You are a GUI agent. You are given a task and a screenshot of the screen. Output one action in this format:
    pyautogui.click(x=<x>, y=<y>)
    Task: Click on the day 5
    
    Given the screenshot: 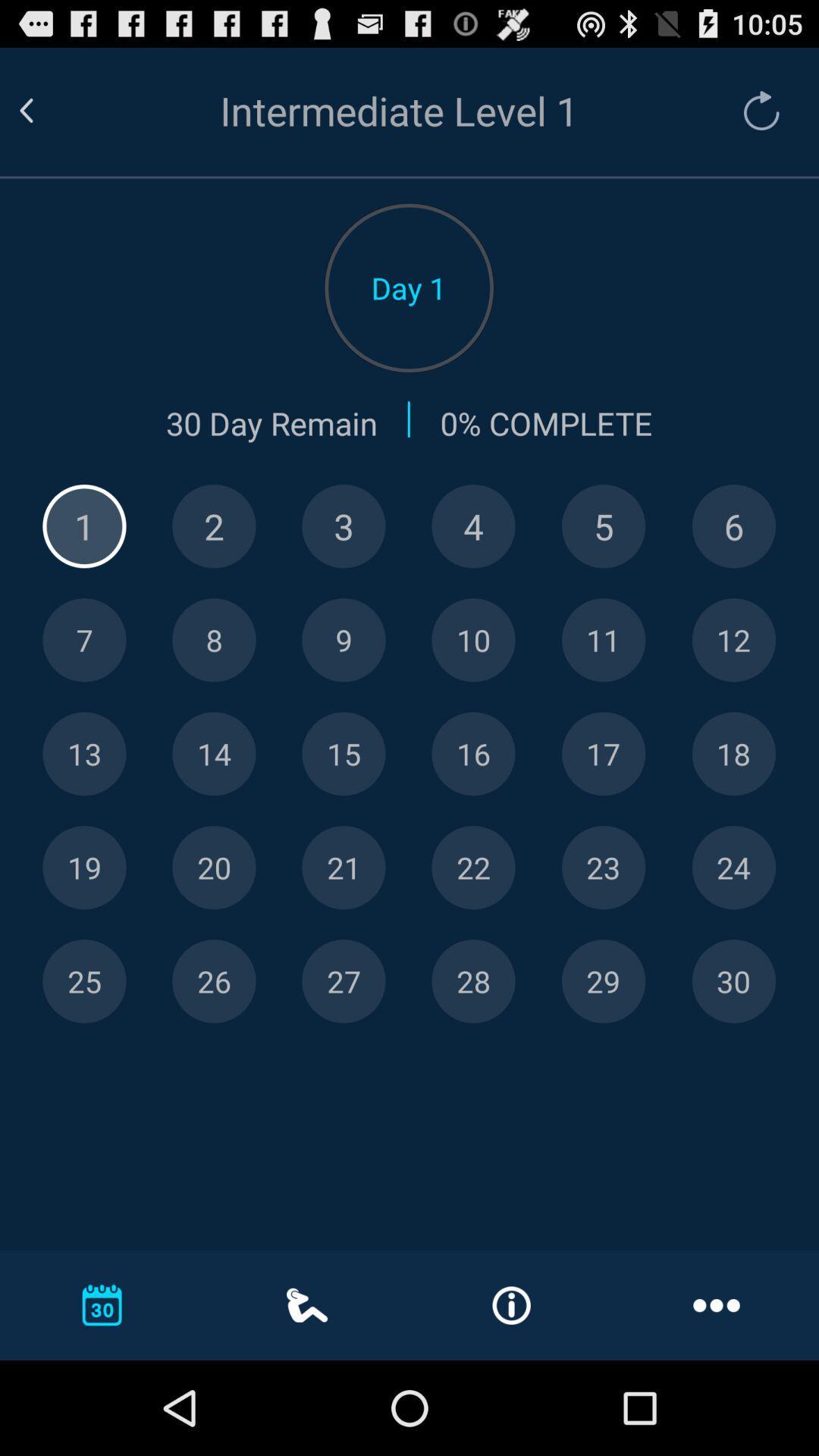 What is the action you would take?
    pyautogui.click(x=603, y=526)
    